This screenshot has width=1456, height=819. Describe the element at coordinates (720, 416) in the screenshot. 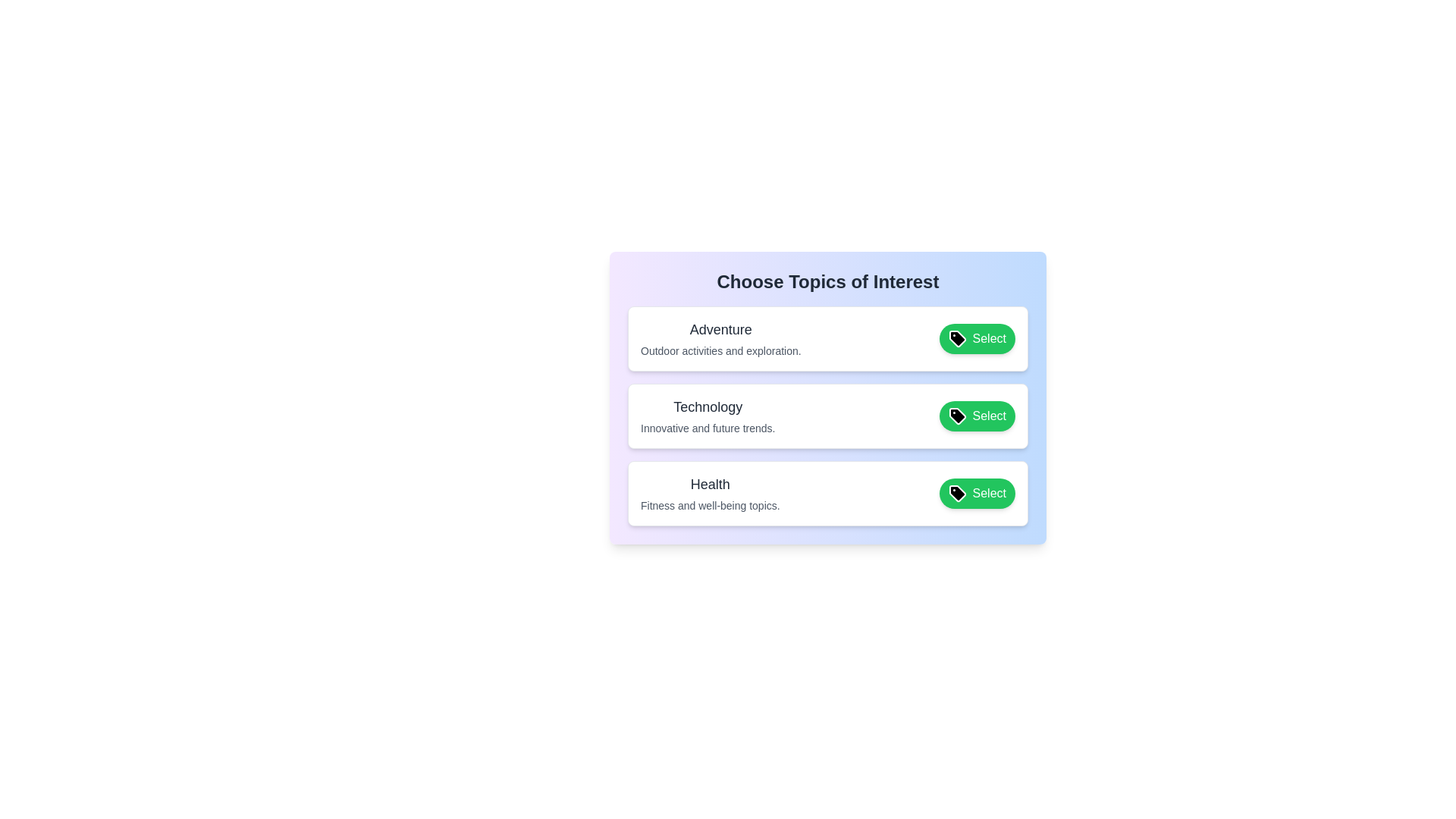

I see `the tag item labeled 'Technology'` at that location.